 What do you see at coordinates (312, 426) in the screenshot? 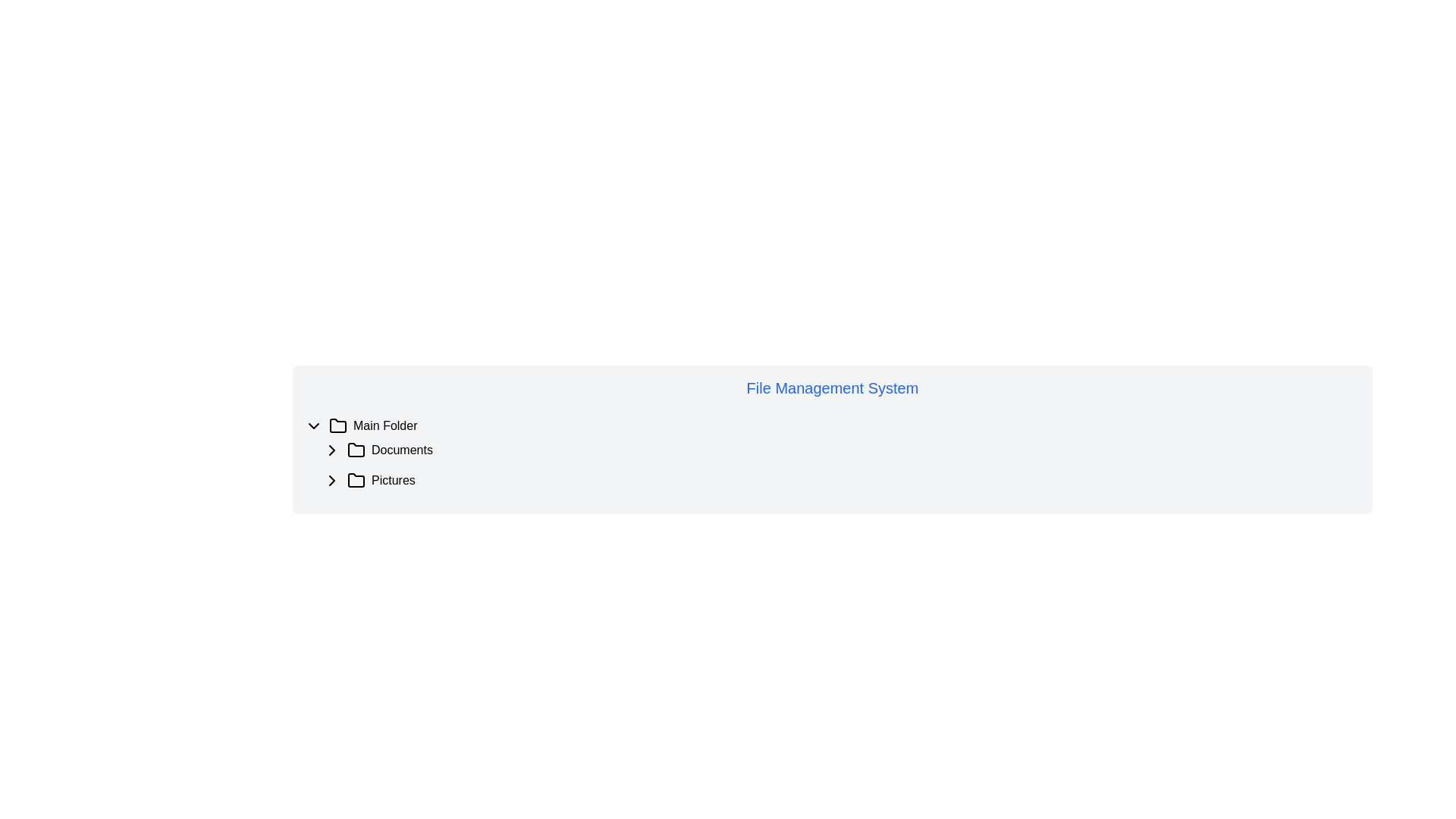
I see `the downward-facing chevron icon with a black outline, located to the left of the 'Main Folder' label` at bounding box center [312, 426].